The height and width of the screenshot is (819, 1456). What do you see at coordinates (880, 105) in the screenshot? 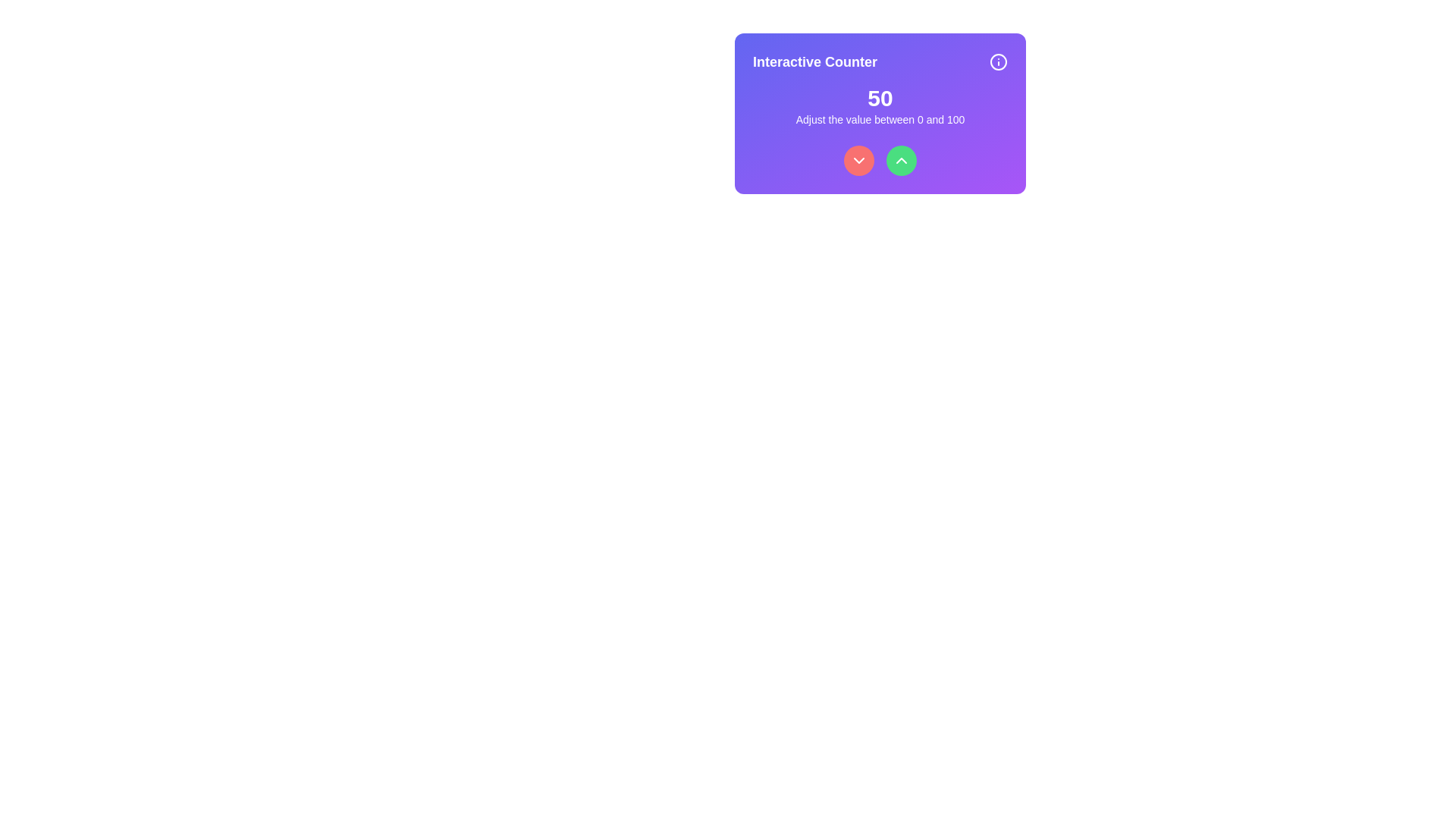
I see `descriptive text that states 'Adjust the value between 0 and 100' displayed below the bold number '50' in the text element positioned at the center below the title 'Interactive Counter'` at bounding box center [880, 105].